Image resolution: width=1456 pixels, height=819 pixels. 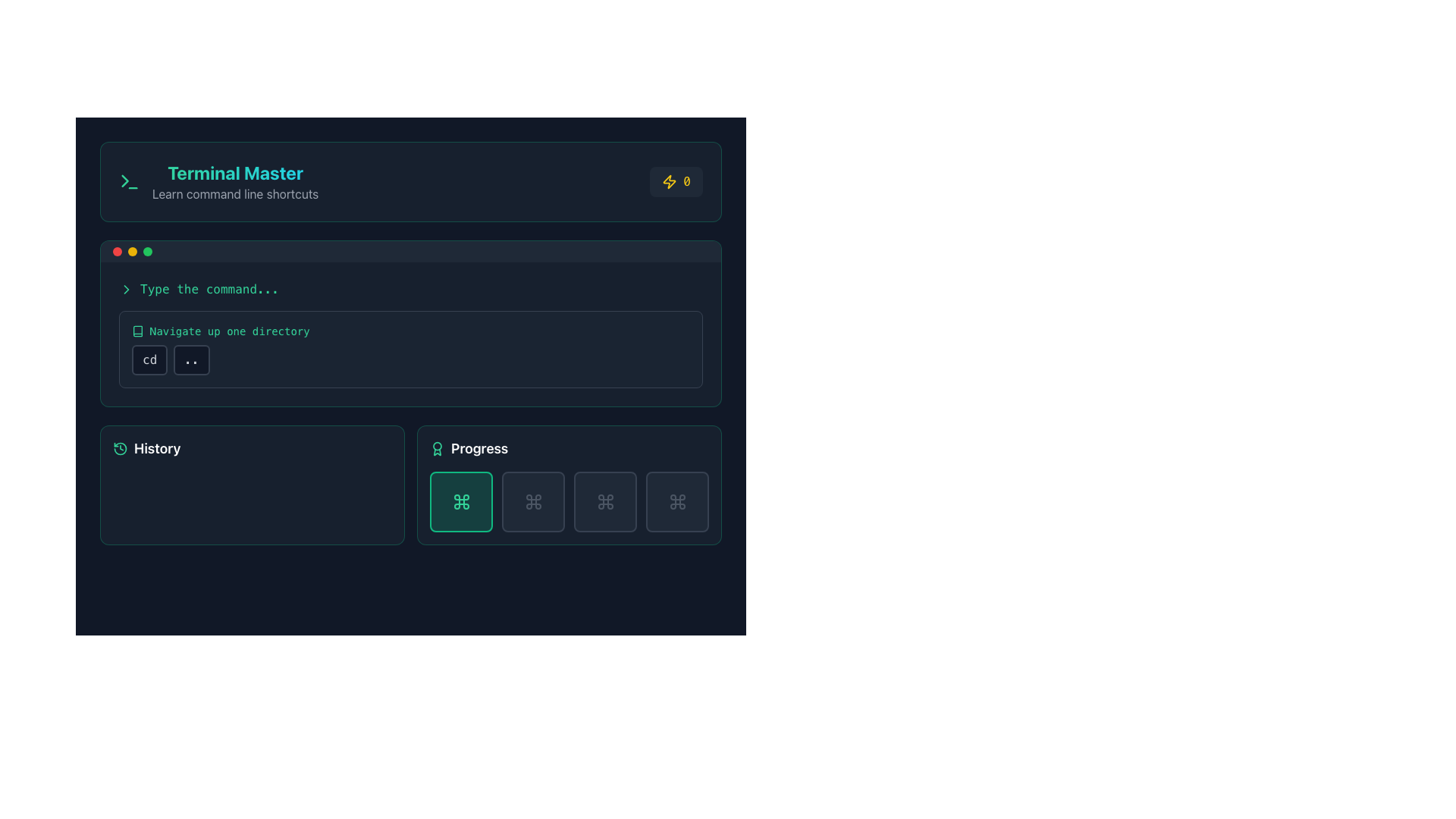 What do you see at coordinates (119, 447) in the screenshot?
I see `the 'History' icon located to the left of the 'History' text` at bounding box center [119, 447].